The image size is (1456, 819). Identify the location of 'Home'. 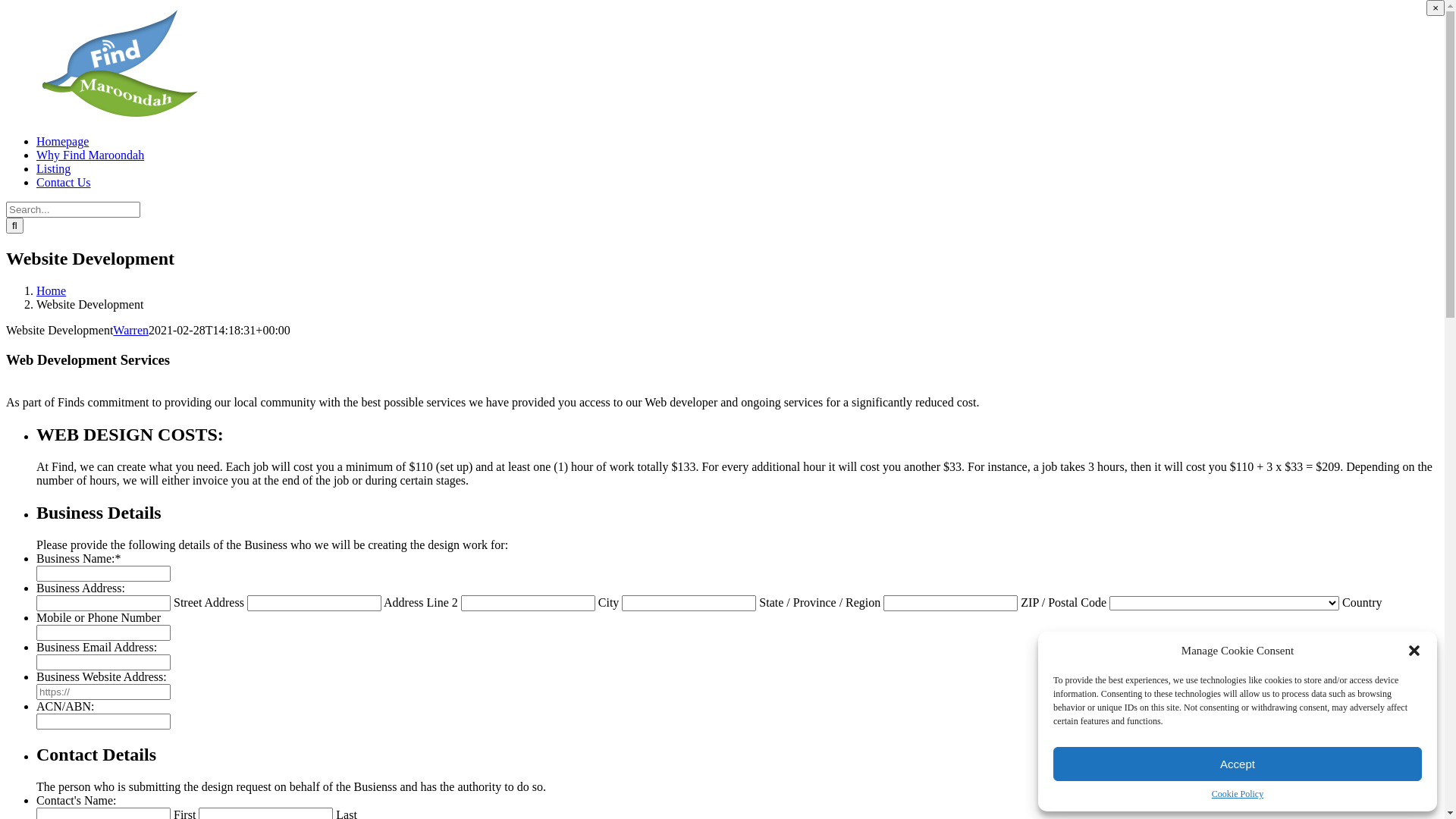
(51, 290).